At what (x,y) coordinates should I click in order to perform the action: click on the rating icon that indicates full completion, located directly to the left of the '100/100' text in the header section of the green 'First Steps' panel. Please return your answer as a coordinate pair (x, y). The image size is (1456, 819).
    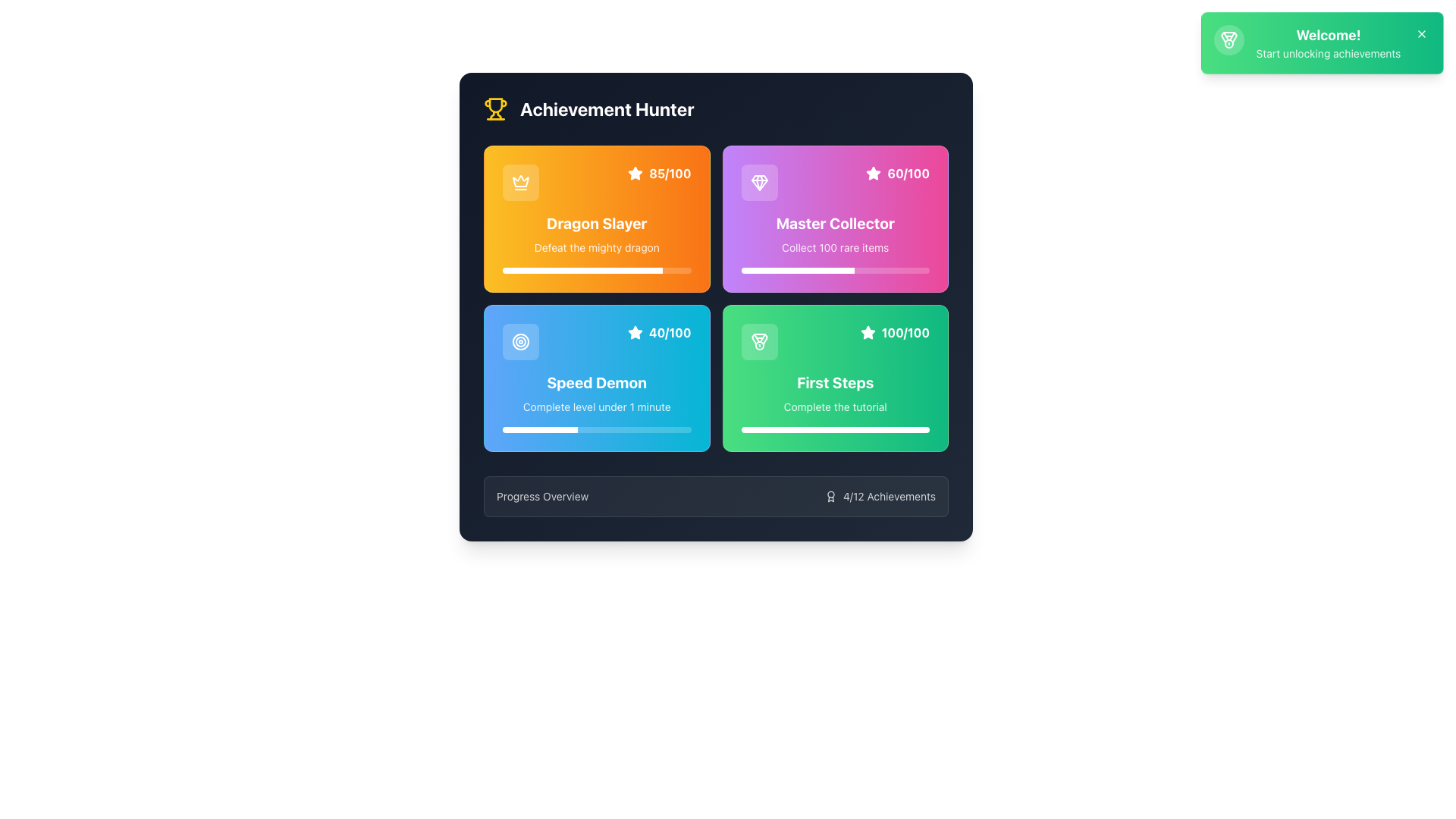
    Looking at the image, I should click on (868, 332).